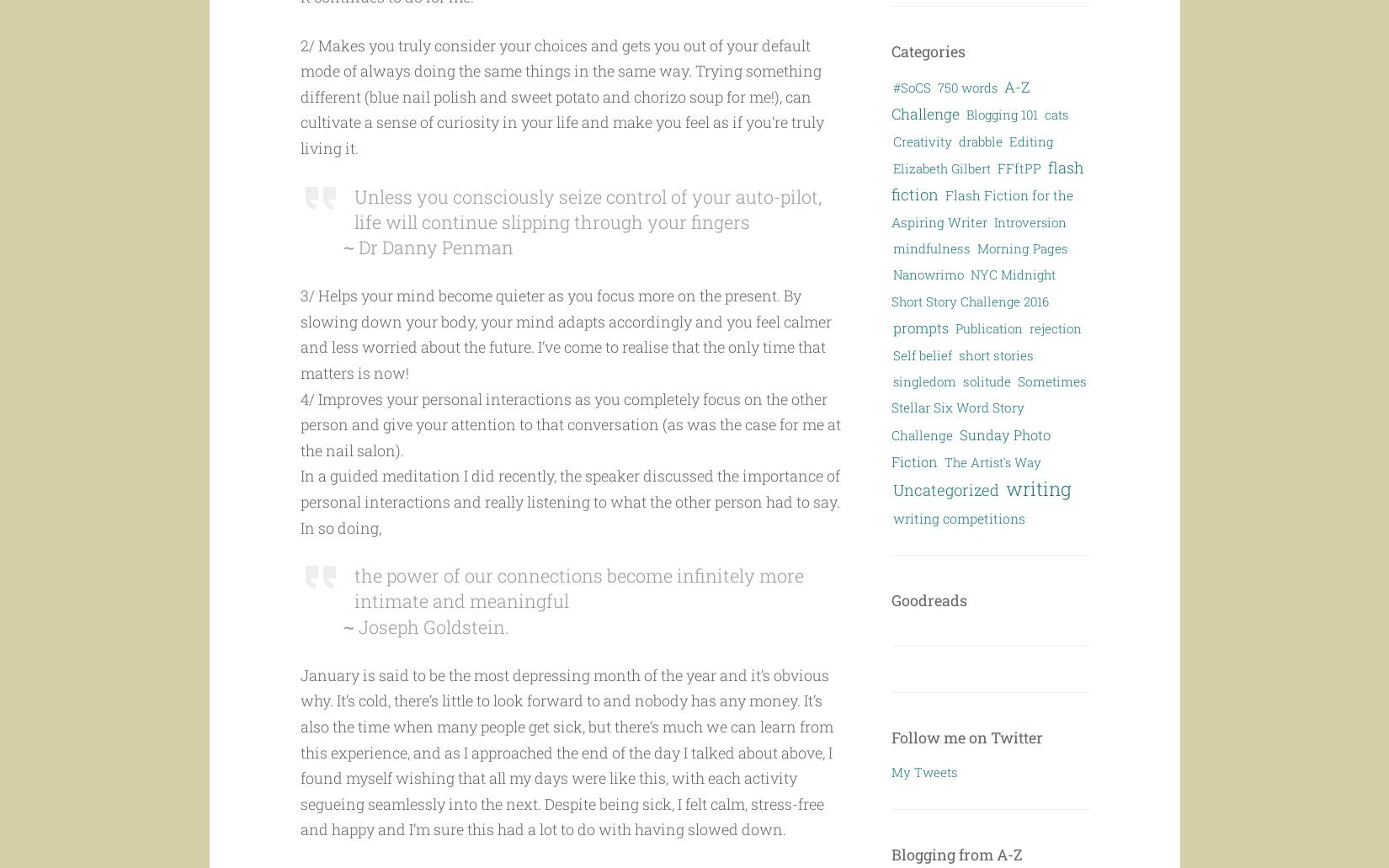 This screenshot has height=868, width=1389. Describe the element at coordinates (1022, 248) in the screenshot. I see `'Morning Pages'` at that location.